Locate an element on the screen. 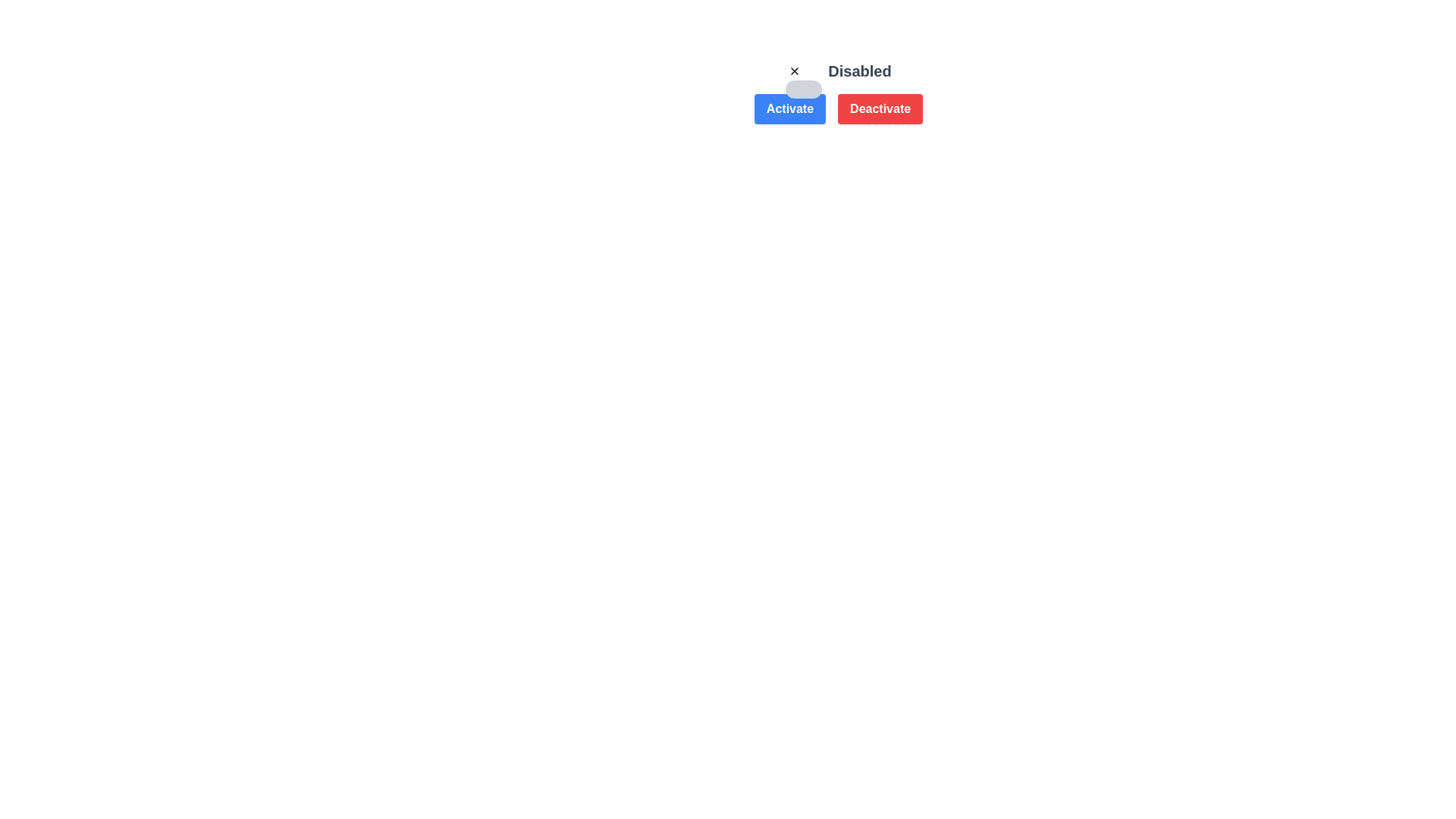  the blue 'Activate' button with bold white text is located at coordinates (789, 108).